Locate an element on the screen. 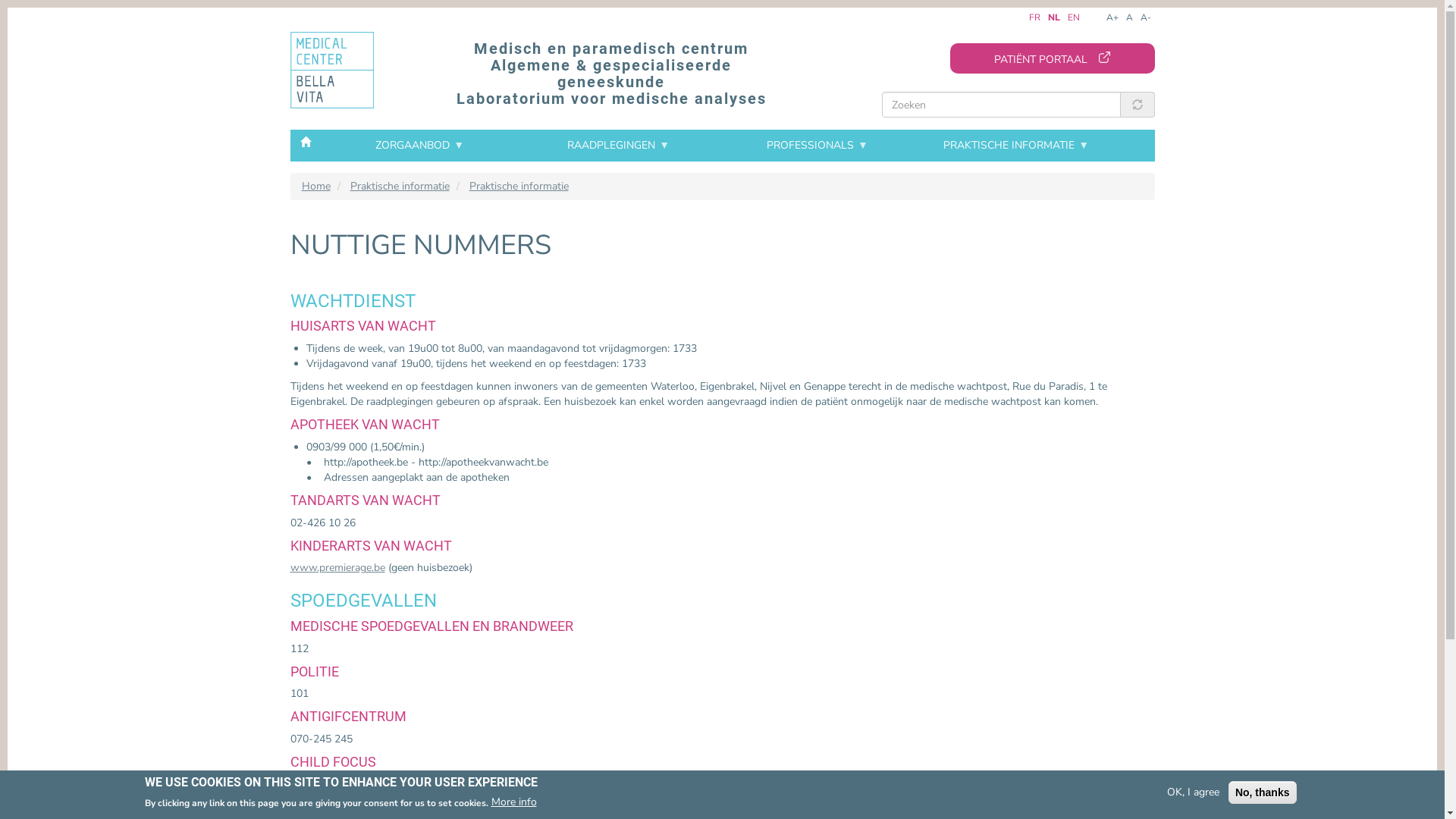  'Home' is located at coordinates (315, 185).